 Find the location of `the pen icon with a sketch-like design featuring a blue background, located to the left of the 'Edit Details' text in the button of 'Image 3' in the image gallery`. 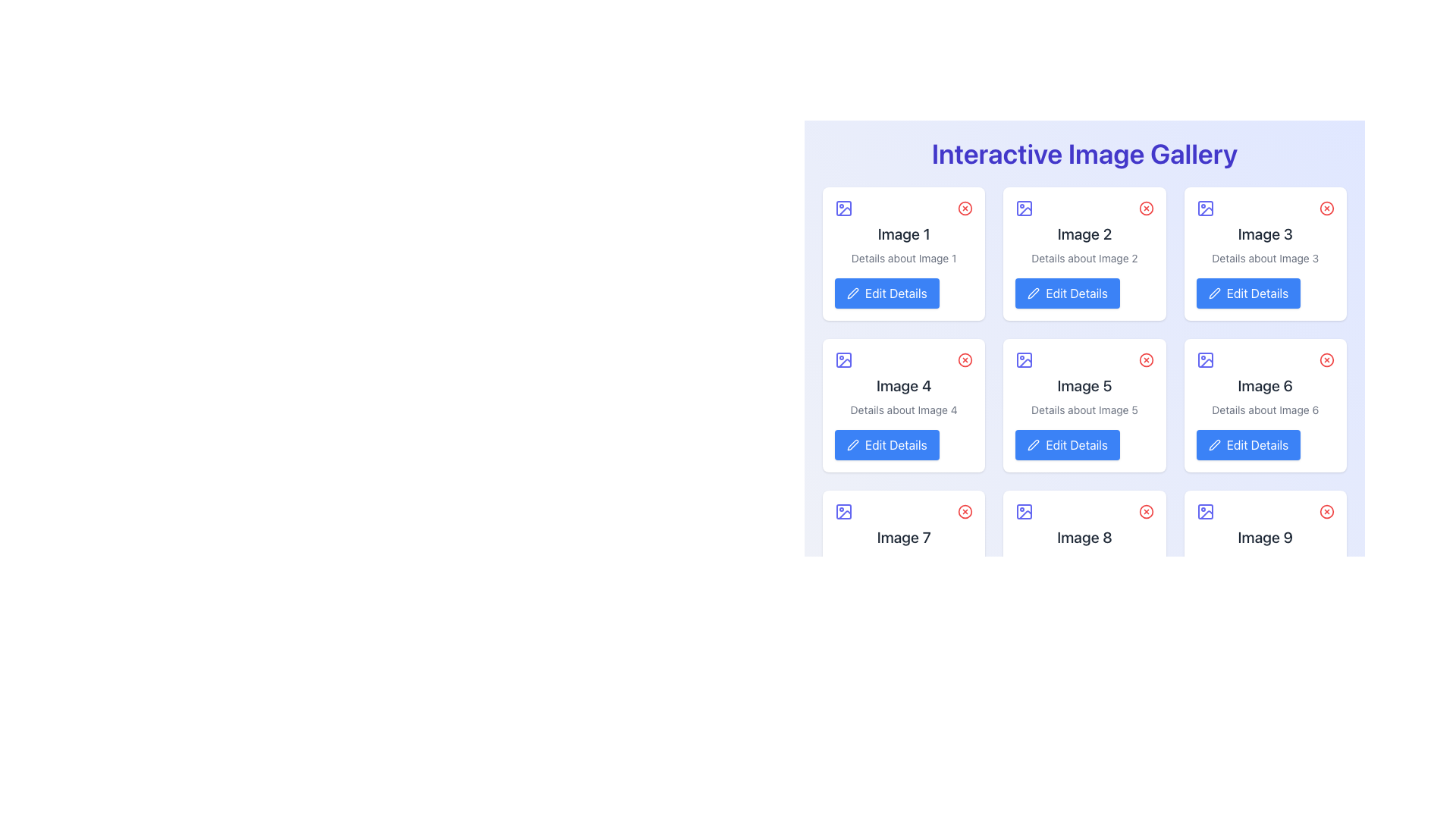

the pen icon with a sketch-like design featuring a blue background, located to the left of the 'Edit Details' text in the button of 'Image 3' in the image gallery is located at coordinates (1214, 293).